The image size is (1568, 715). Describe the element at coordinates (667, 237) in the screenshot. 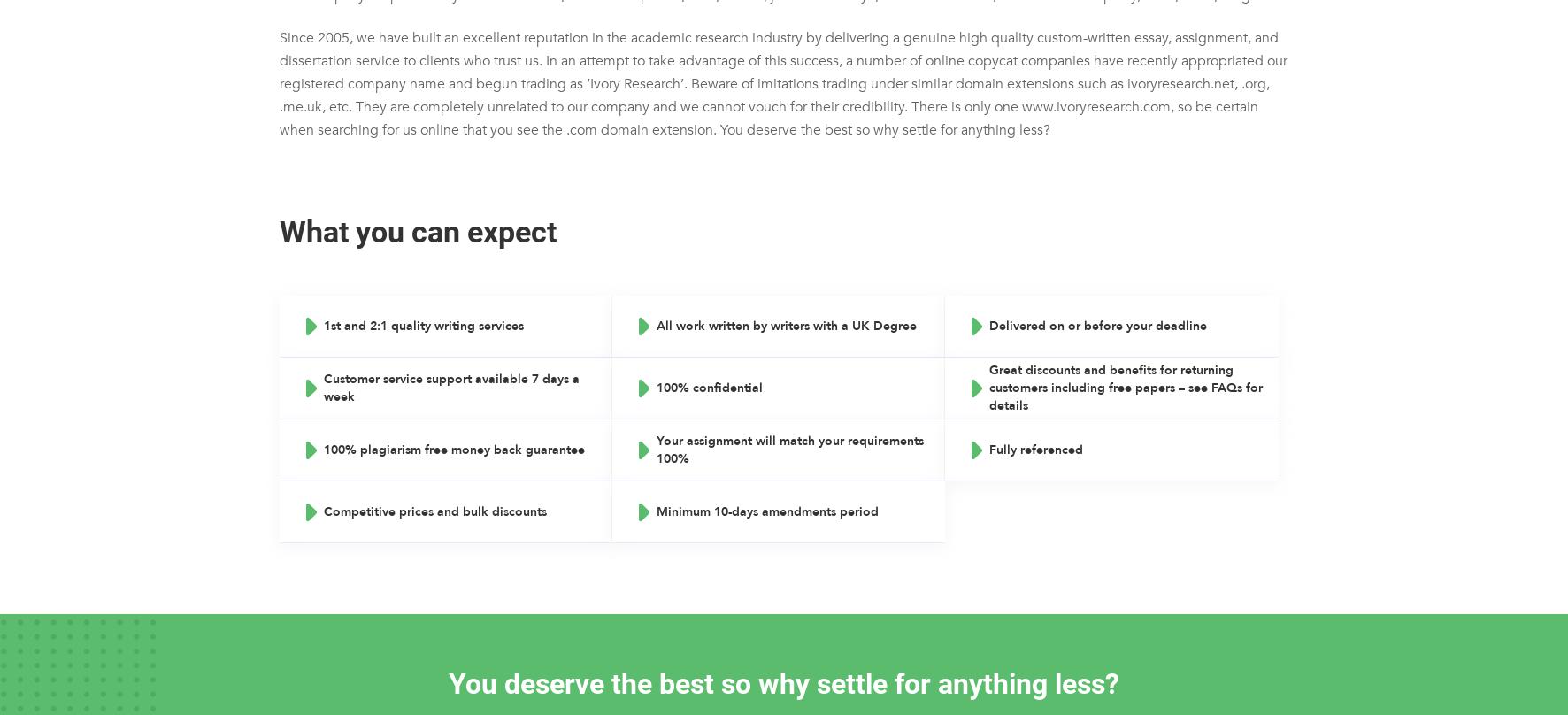

I see `'PowerPoint Presentations'` at that location.